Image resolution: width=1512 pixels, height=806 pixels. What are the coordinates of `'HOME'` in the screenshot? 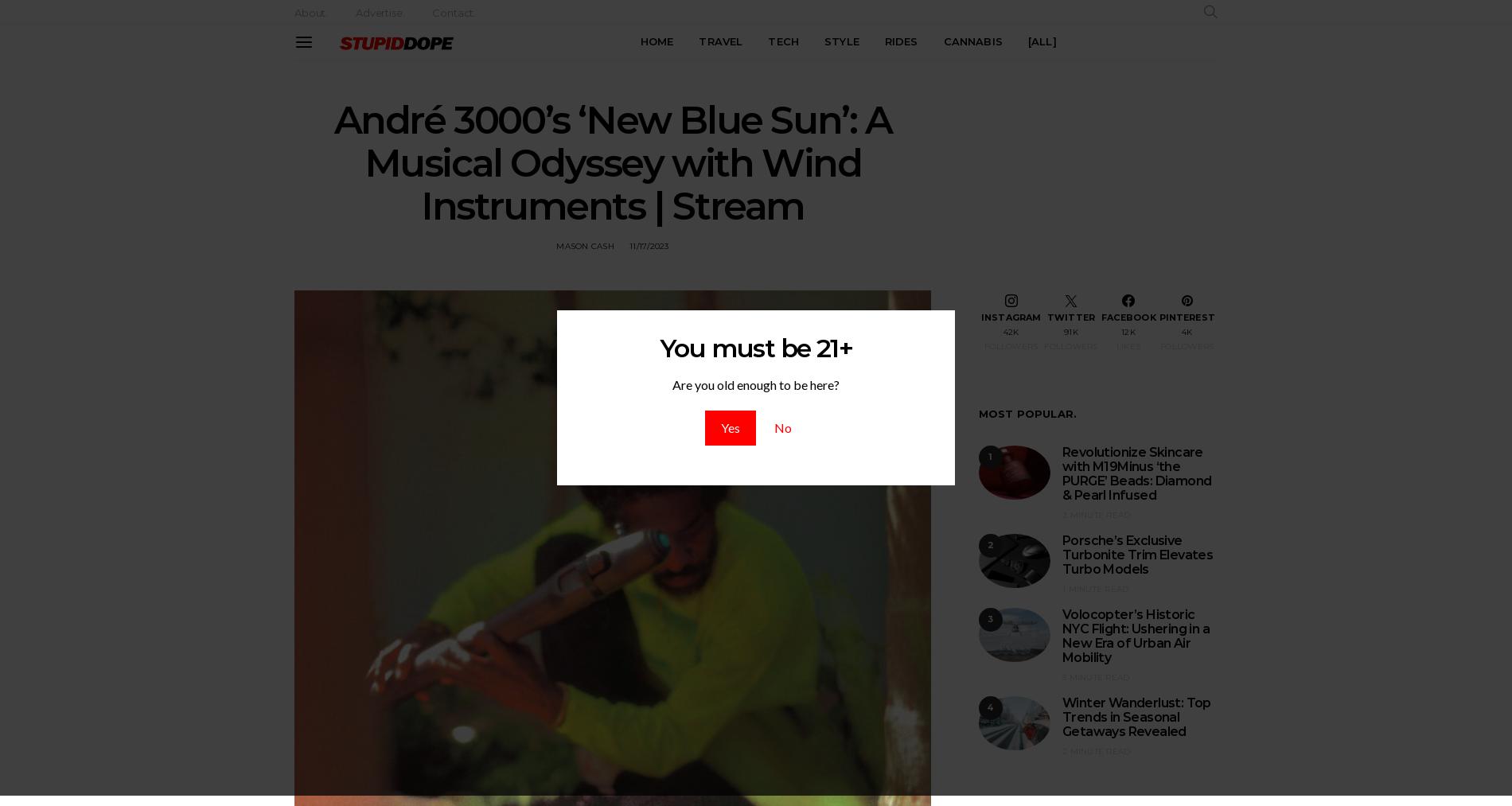 It's located at (655, 40).